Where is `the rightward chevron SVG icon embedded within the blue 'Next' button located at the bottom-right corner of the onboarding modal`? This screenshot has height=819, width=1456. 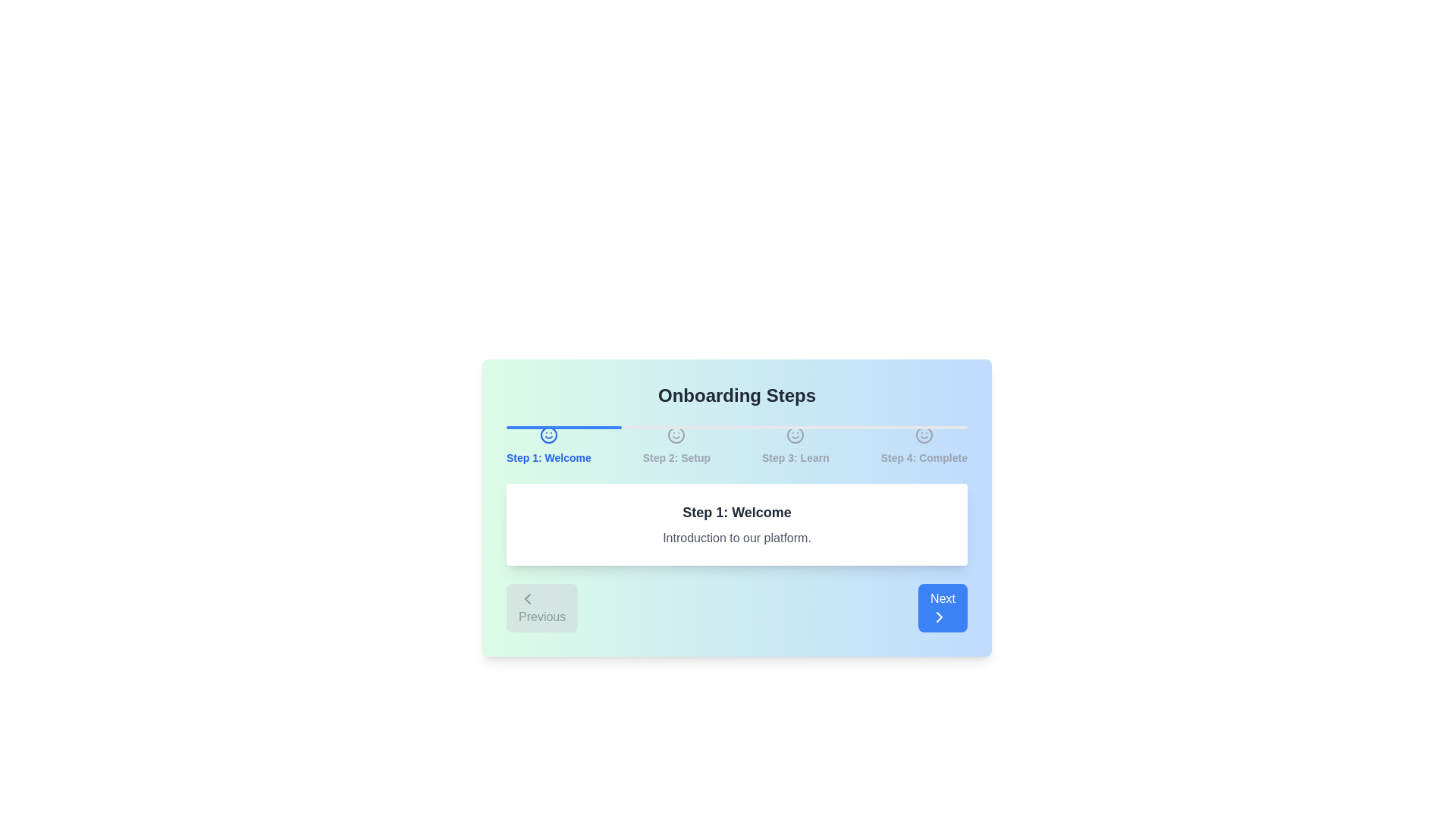 the rightward chevron SVG icon embedded within the blue 'Next' button located at the bottom-right corner of the onboarding modal is located at coordinates (939, 617).